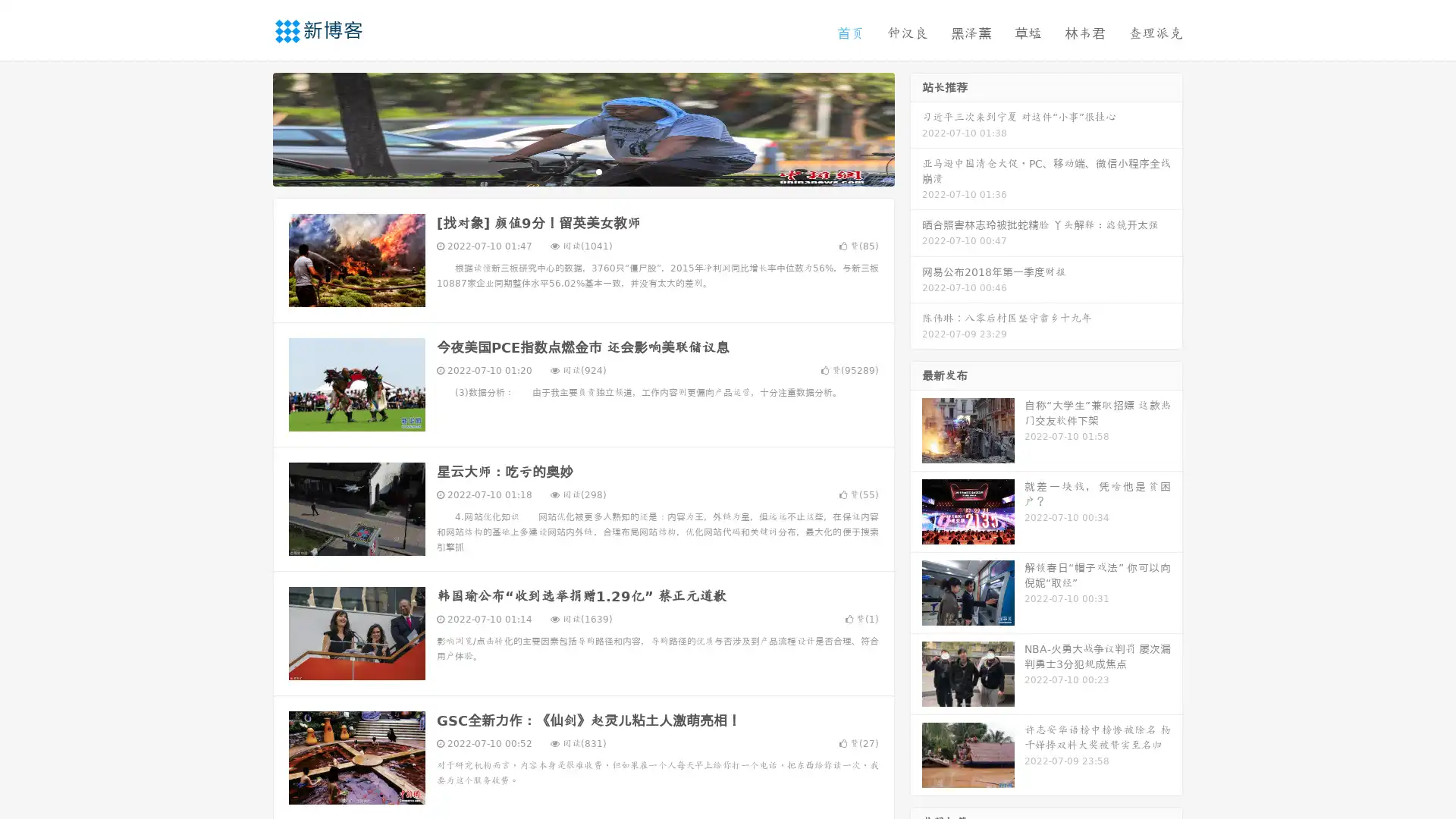 The height and width of the screenshot is (819, 1456). What do you see at coordinates (916, 127) in the screenshot?
I see `Next slide` at bounding box center [916, 127].